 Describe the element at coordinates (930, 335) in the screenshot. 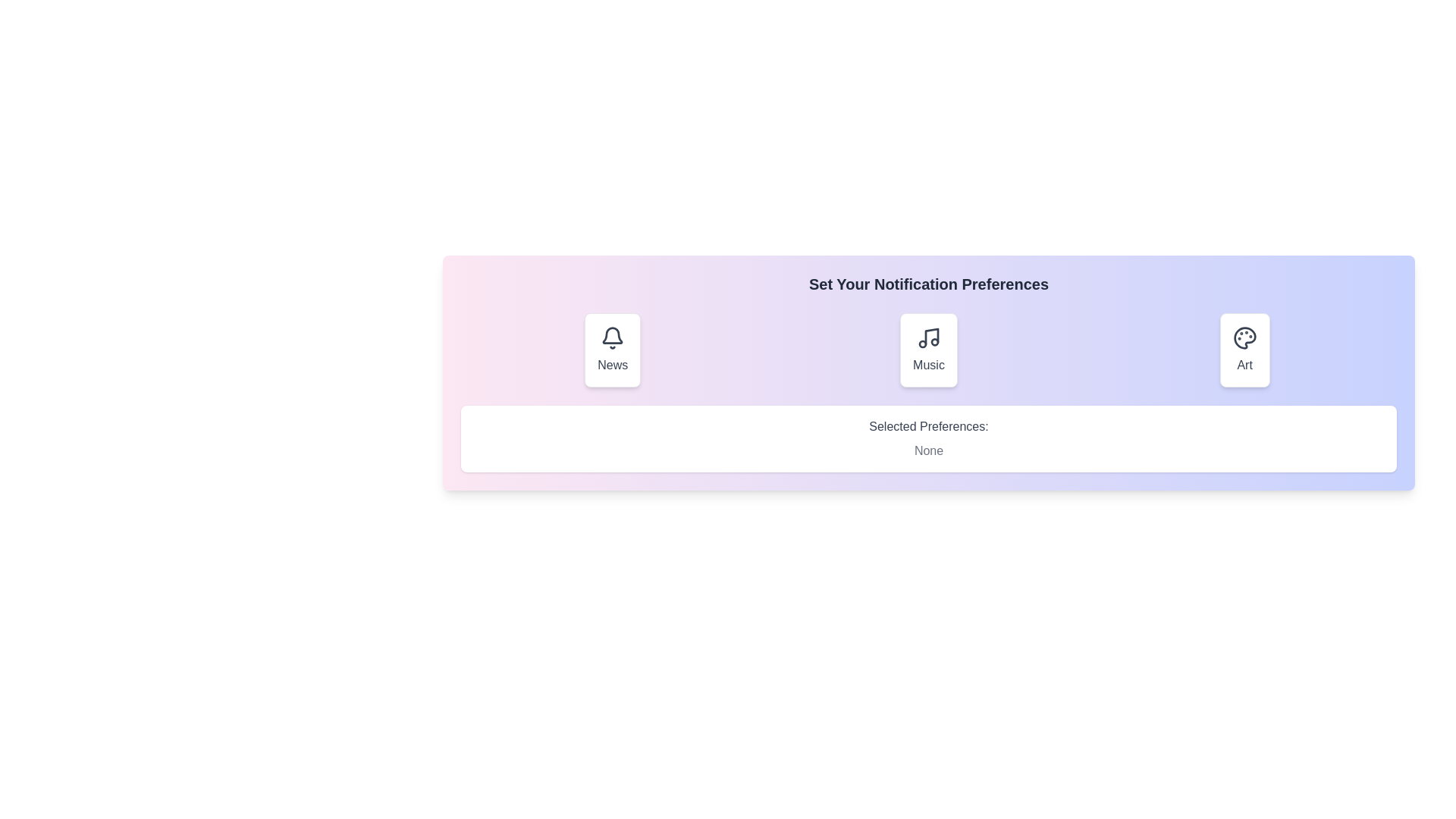

I see `the vertical line of the music icon, which is part of the note-like figure in the center of the interface` at that location.